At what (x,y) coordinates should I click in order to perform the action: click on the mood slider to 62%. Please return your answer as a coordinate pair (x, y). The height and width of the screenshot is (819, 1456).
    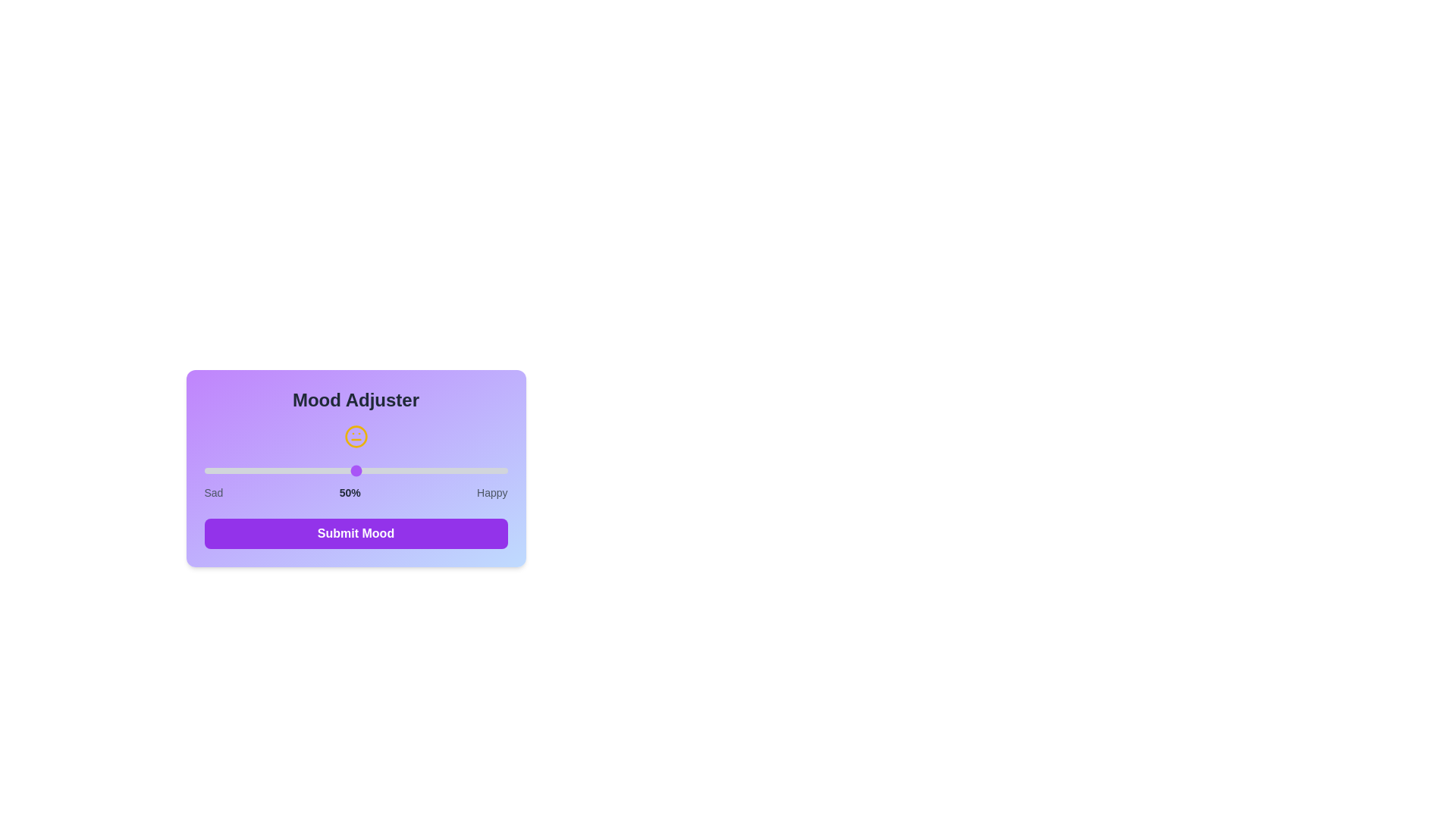
    Looking at the image, I should click on (392, 470).